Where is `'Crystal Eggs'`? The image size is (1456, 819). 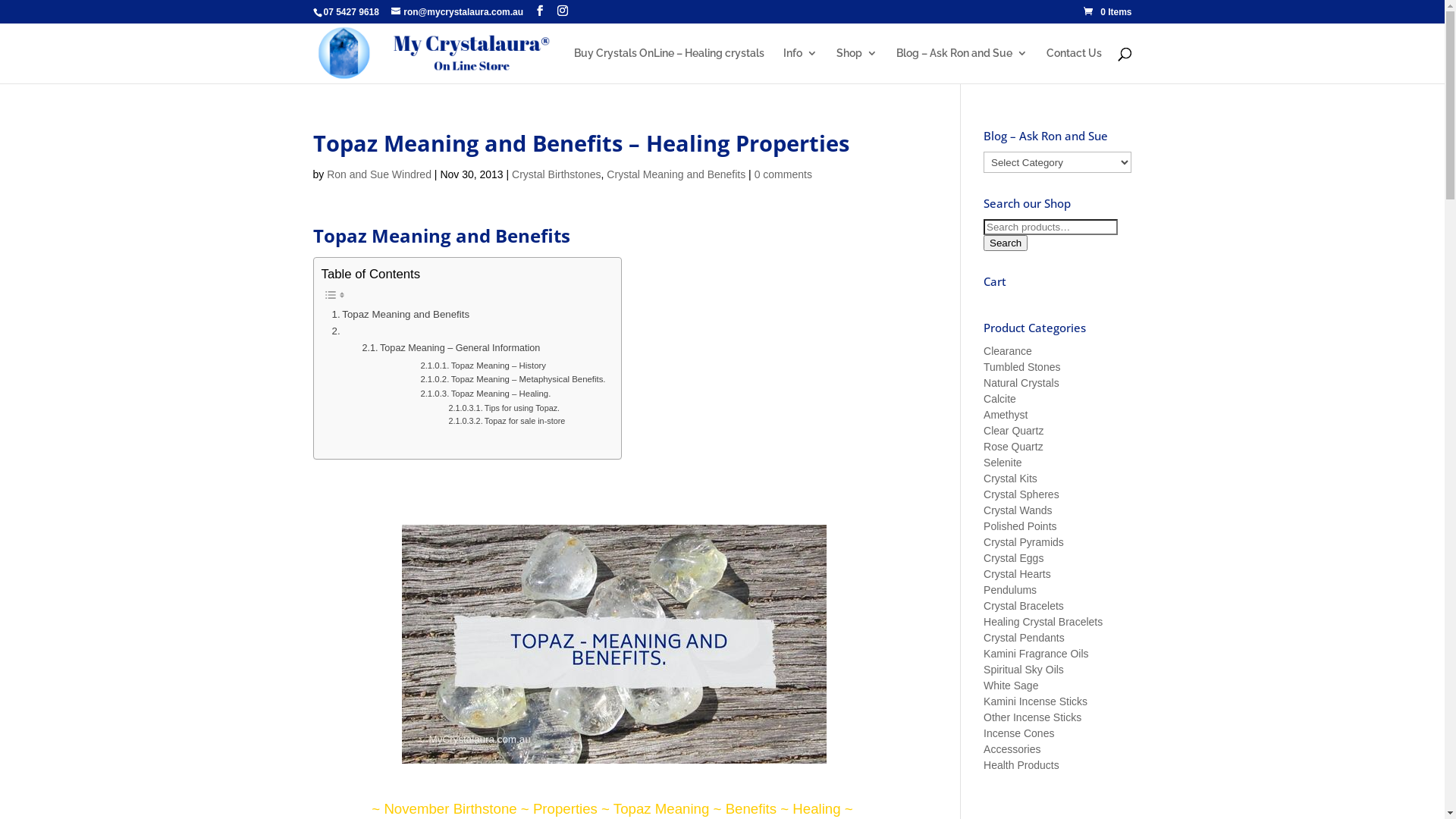
'Crystal Eggs' is located at coordinates (983, 558).